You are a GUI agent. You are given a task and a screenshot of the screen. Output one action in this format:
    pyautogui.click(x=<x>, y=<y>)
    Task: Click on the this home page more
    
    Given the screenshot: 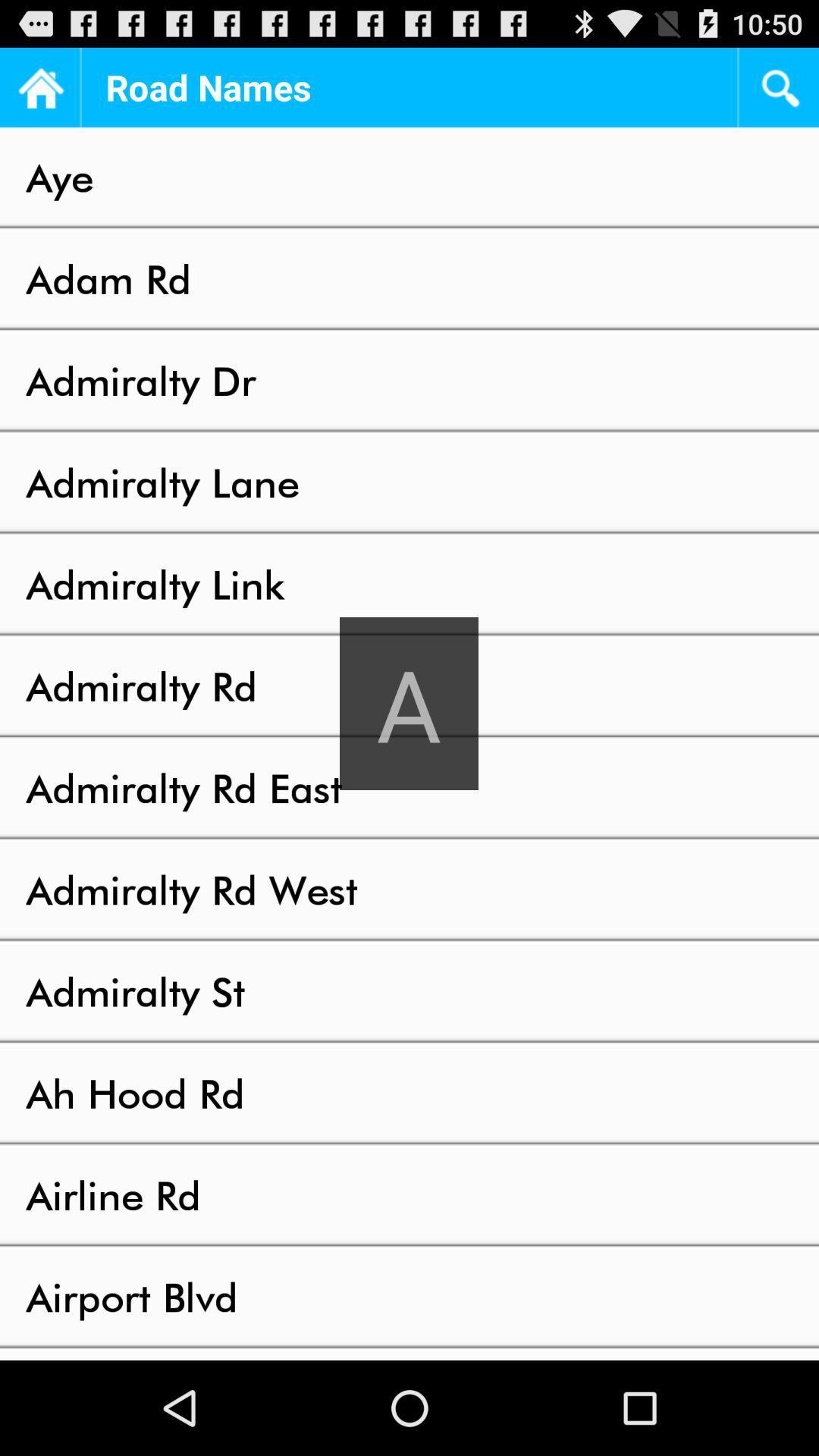 What is the action you would take?
    pyautogui.click(x=39, y=86)
    